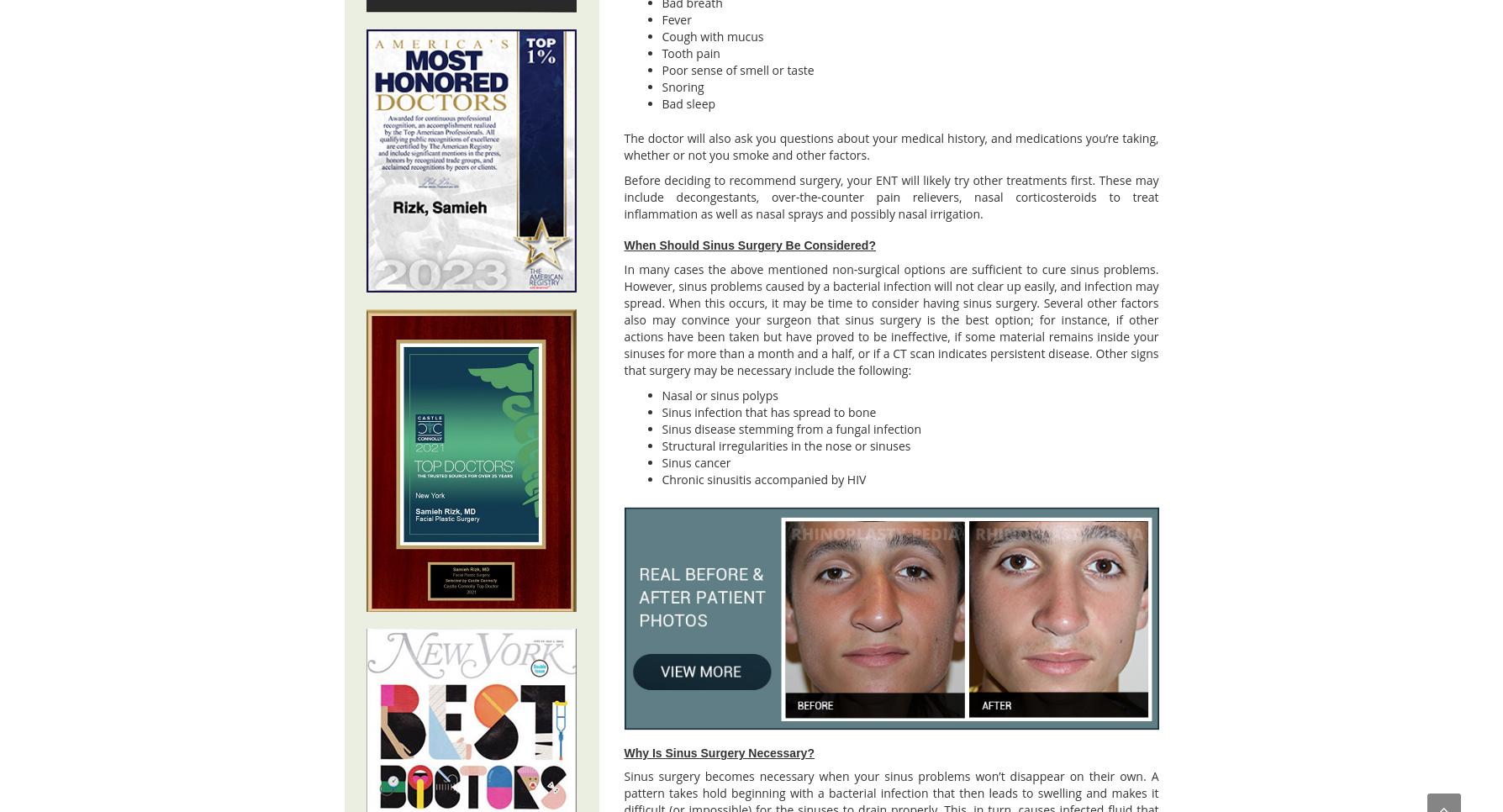  What do you see at coordinates (736, 69) in the screenshot?
I see `'Poor sense of smell or taste'` at bounding box center [736, 69].